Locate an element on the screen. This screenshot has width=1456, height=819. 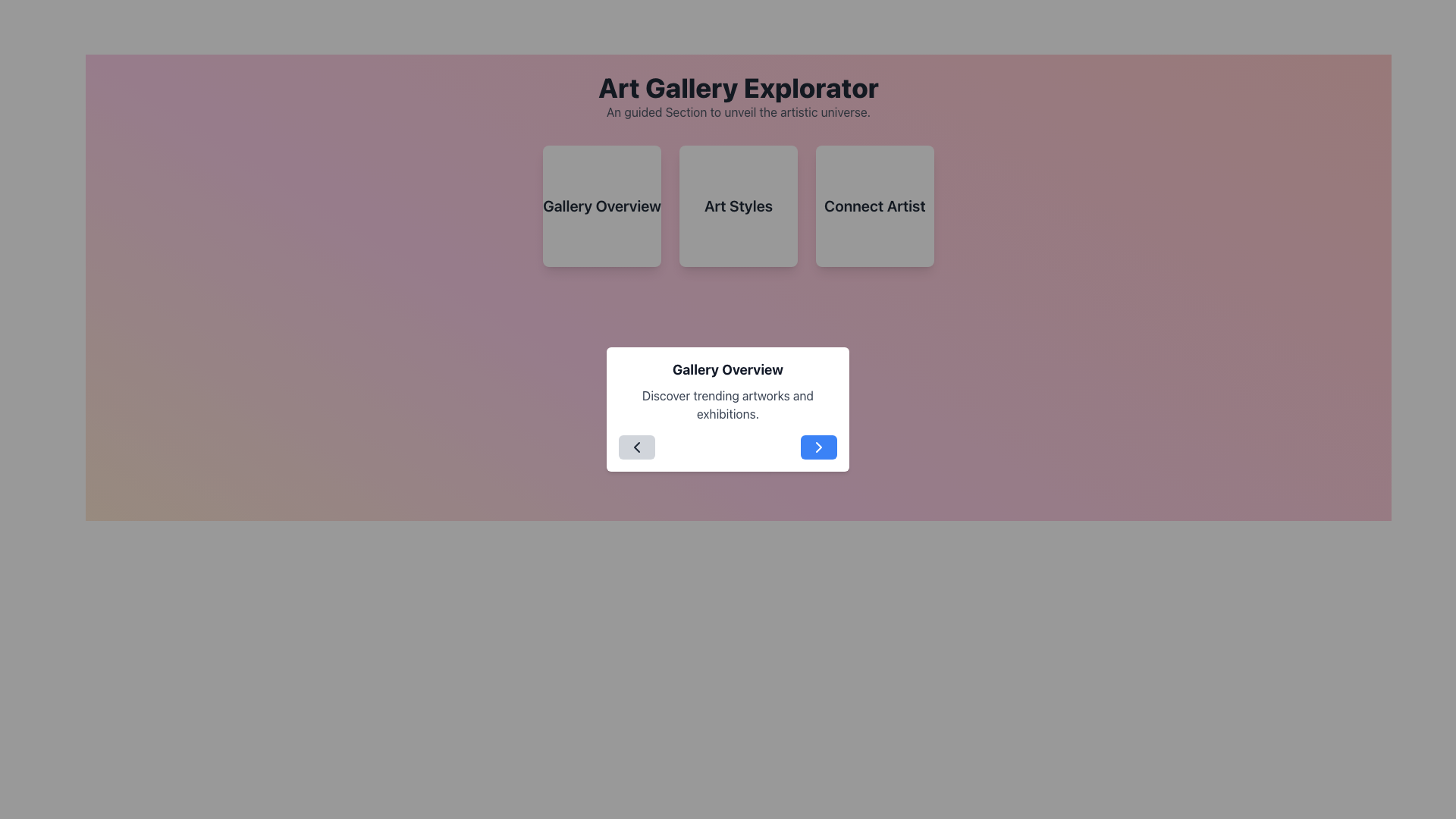
static text that provides context or information about the 'Gallery Overview', which is centrally aligned within the card located in the middle bottom section of the interface is located at coordinates (728, 403).